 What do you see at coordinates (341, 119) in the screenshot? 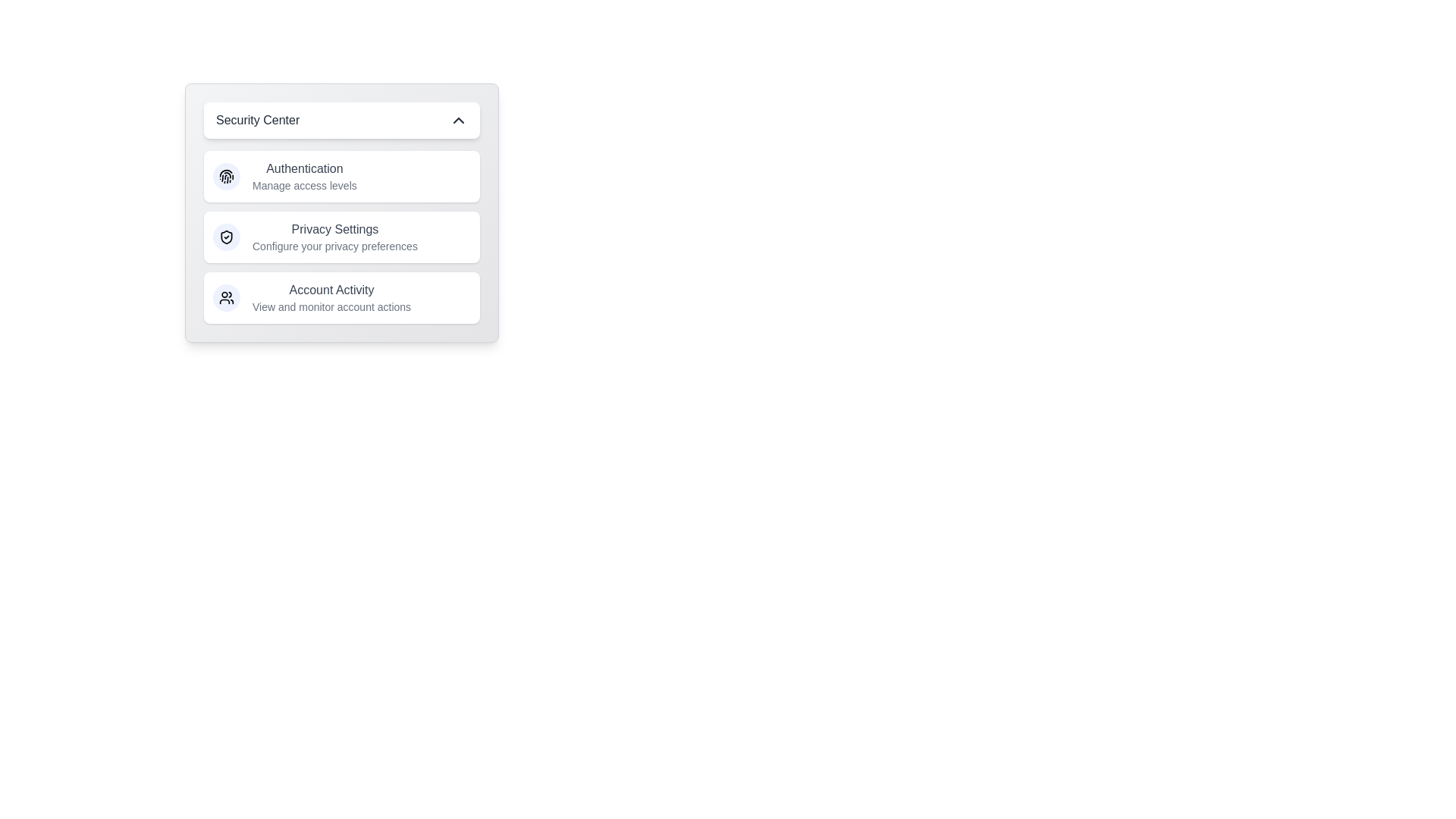
I see `the 'Security Center' button to toggle the menu visibility` at bounding box center [341, 119].